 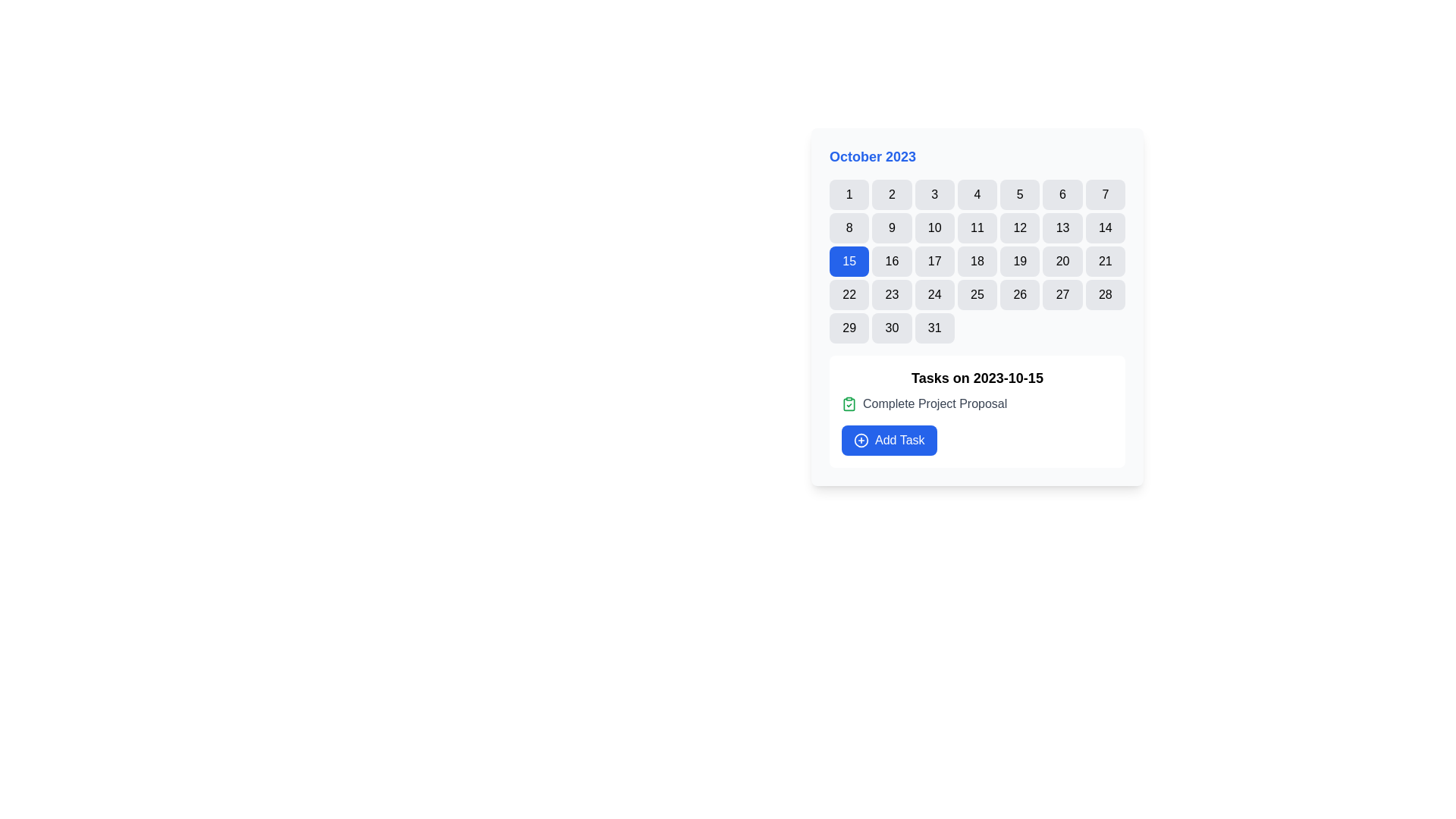 I want to click on the calendar date button representing the date '15', so click(x=849, y=260).